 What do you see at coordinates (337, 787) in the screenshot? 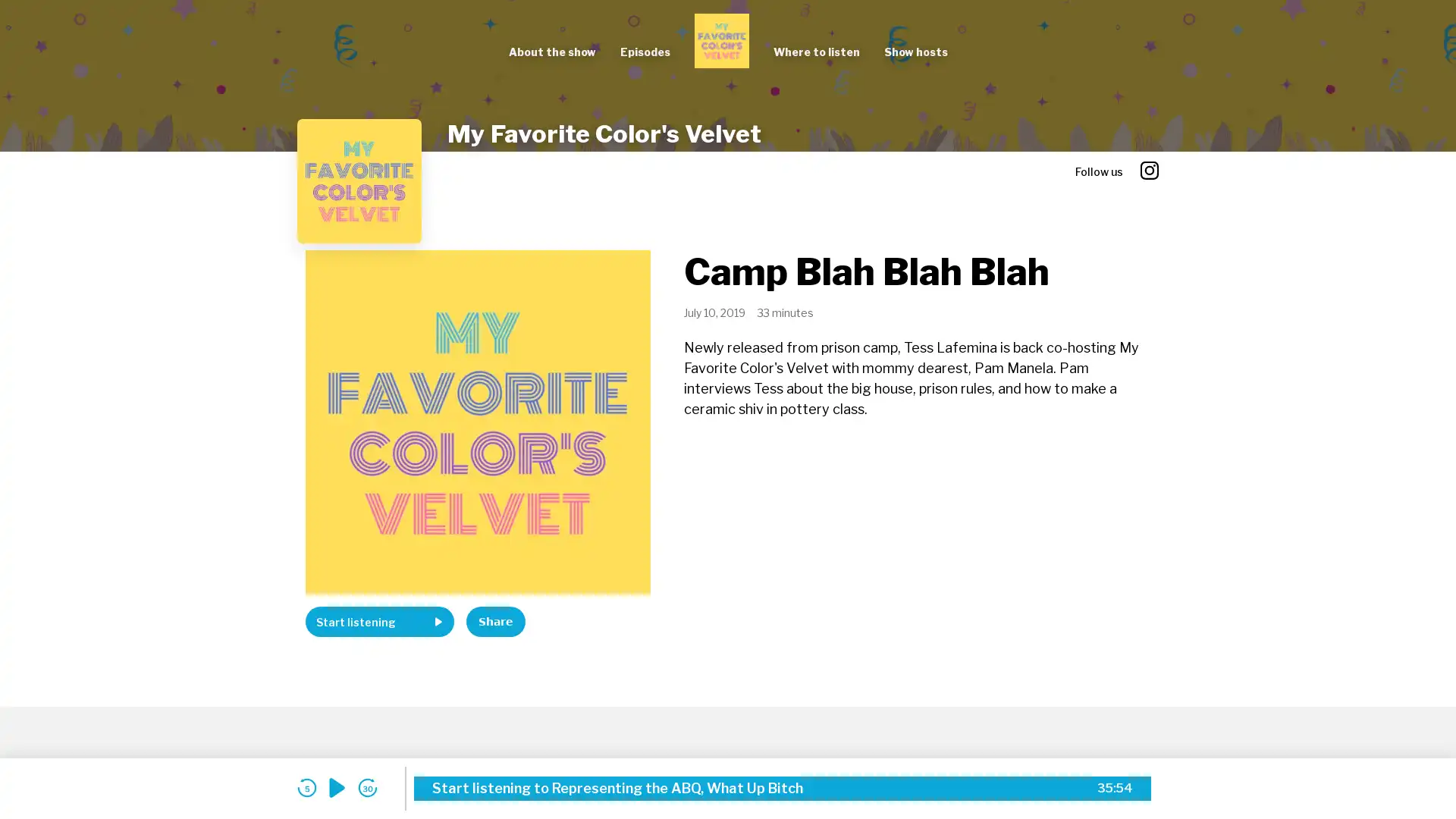
I see `play audio` at bounding box center [337, 787].